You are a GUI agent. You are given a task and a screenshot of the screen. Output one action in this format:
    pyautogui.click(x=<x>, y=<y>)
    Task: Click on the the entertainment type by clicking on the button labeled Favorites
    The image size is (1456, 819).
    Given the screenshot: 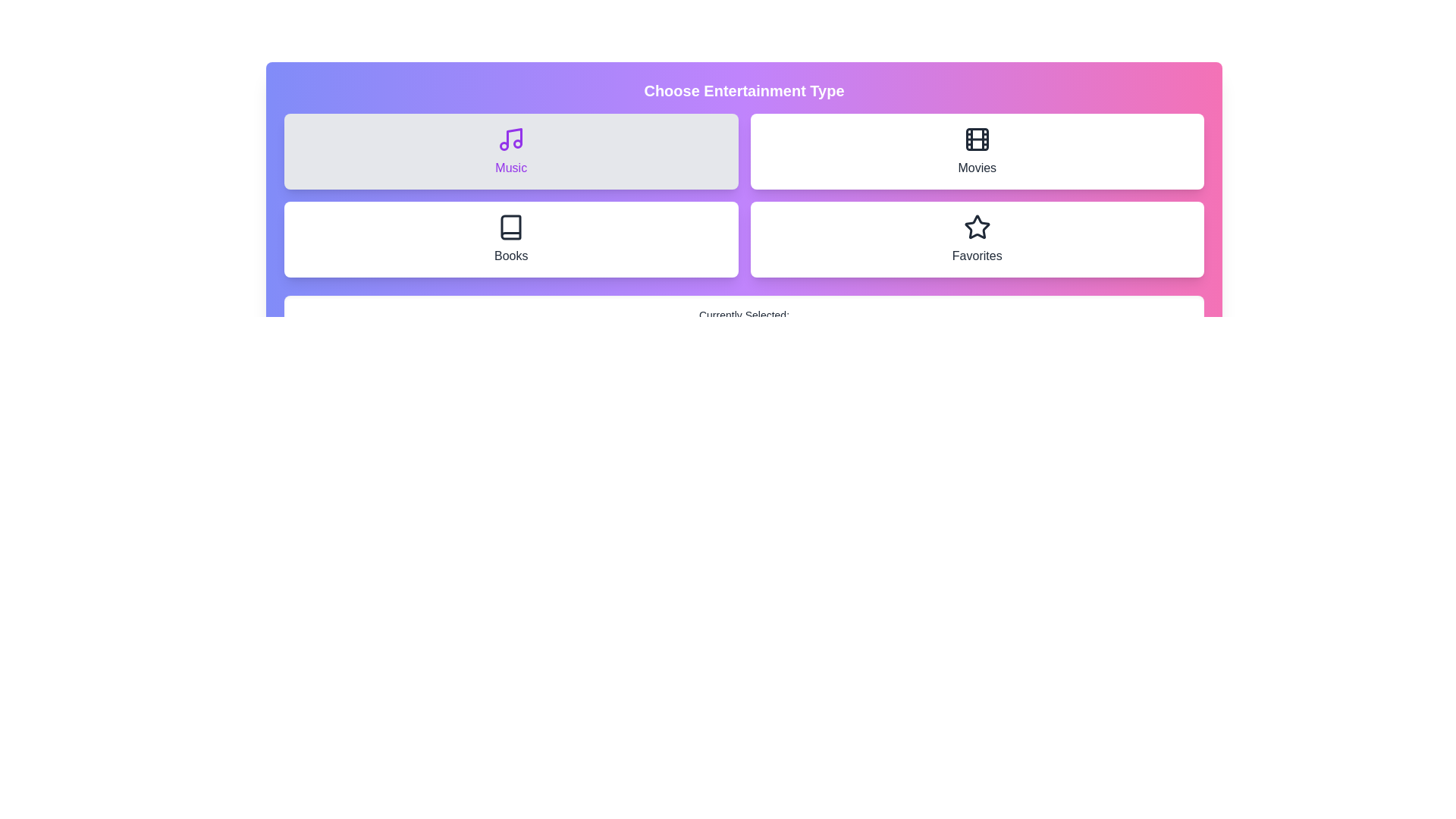 What is the action you would take?
    pyautogui.click(x=977, y=239)
    